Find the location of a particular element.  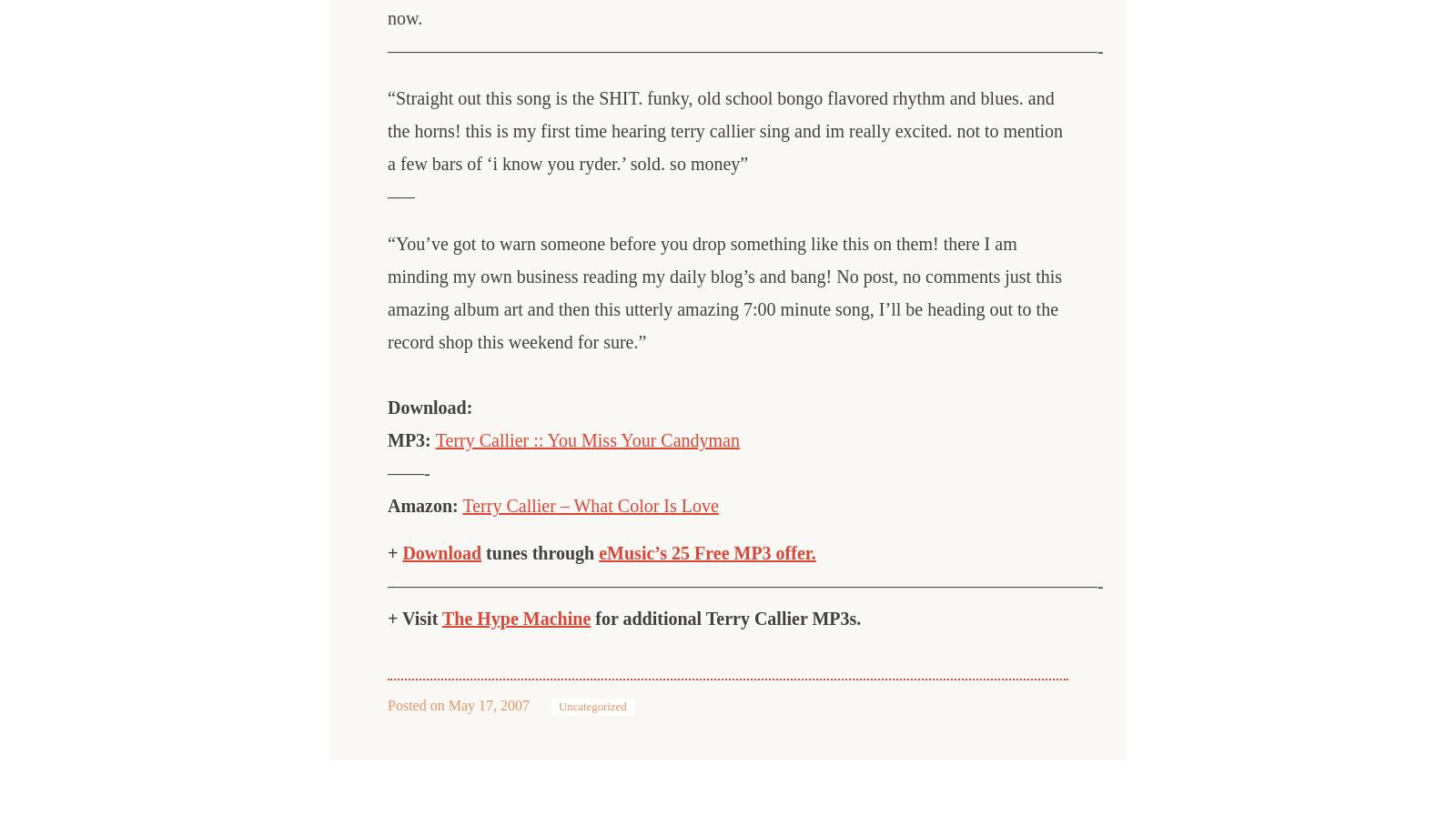

'Download:' is located at coordinates (429, 408).